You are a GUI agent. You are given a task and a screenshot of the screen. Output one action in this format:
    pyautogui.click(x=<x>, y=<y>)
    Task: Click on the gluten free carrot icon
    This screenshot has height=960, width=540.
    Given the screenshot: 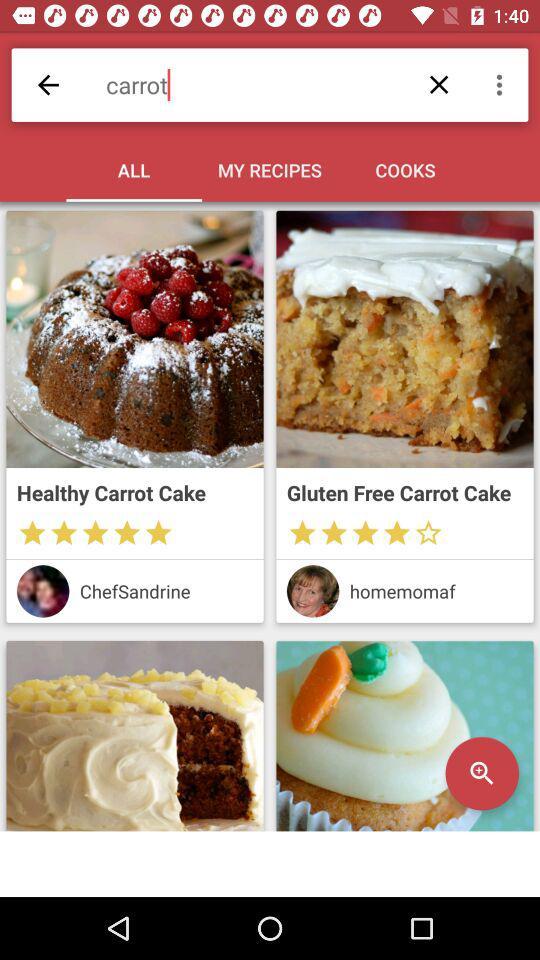 What is the action you would take?
    pyautogui.click(x=405, y=491)
    